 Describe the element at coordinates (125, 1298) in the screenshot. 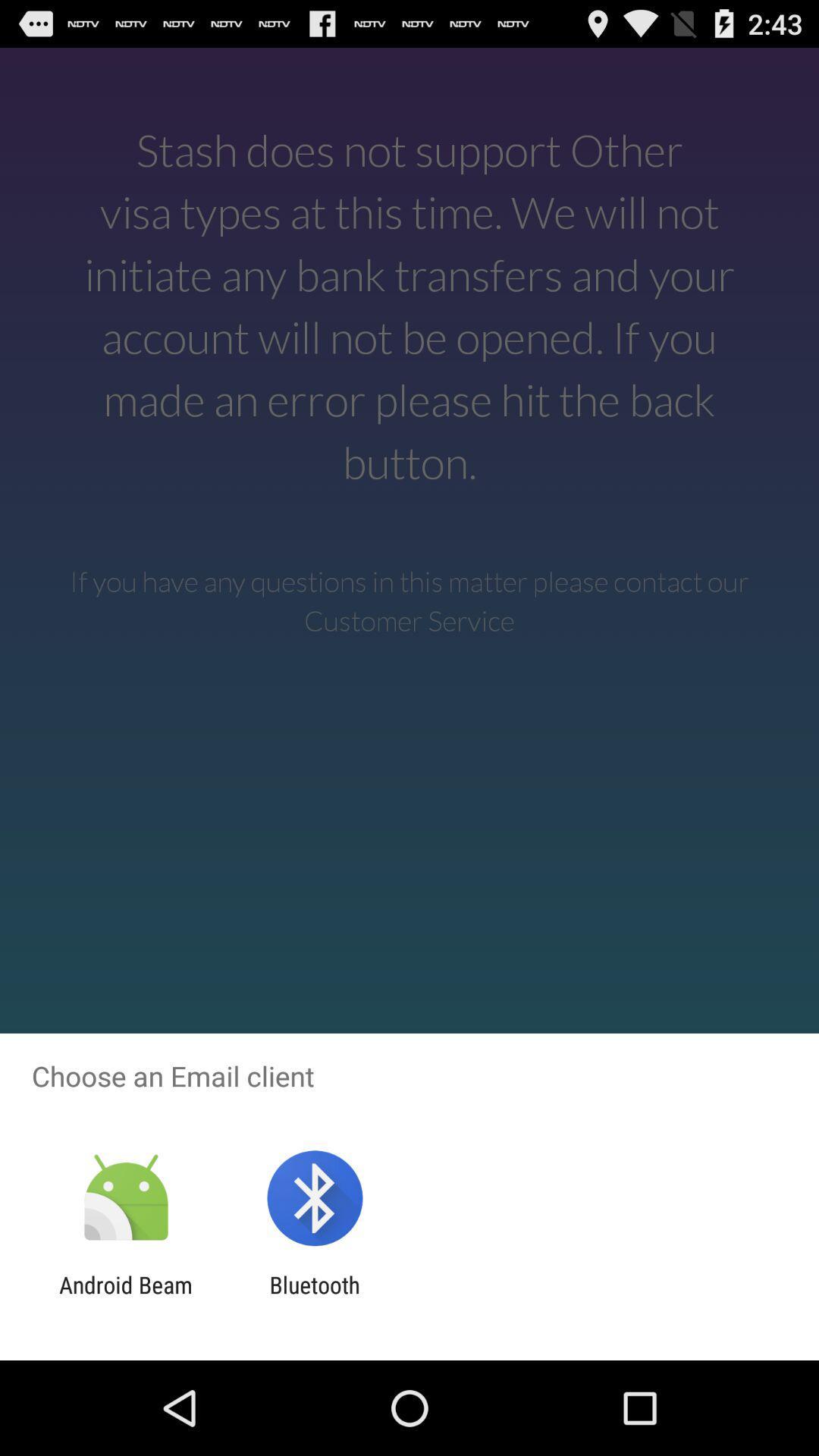

I see `icon next to bluetooth` at that location.